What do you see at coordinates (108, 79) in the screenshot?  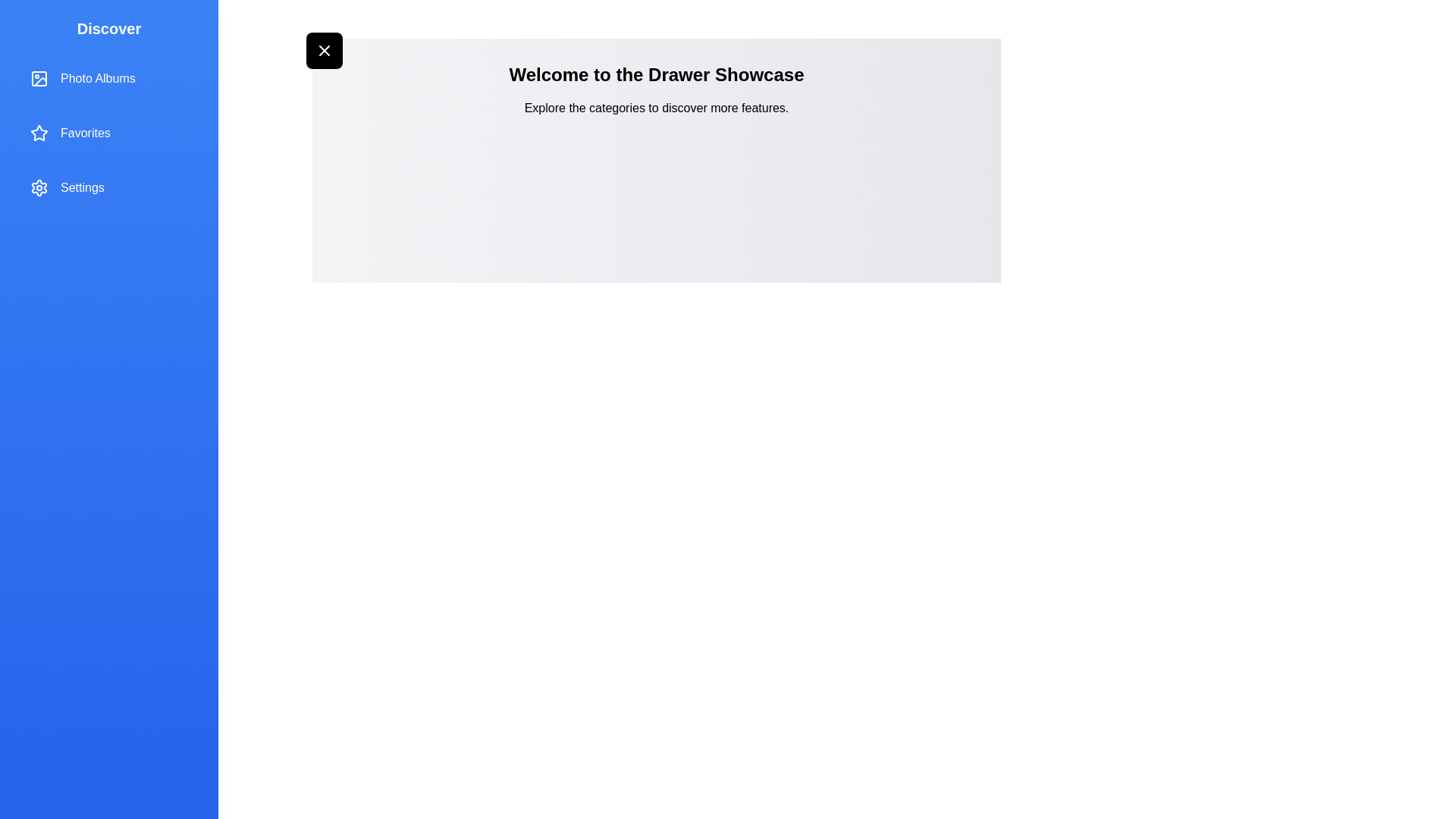 I see `the drawer item labeled 'Photo Albums' to select it` at bounding box center [108, 79].